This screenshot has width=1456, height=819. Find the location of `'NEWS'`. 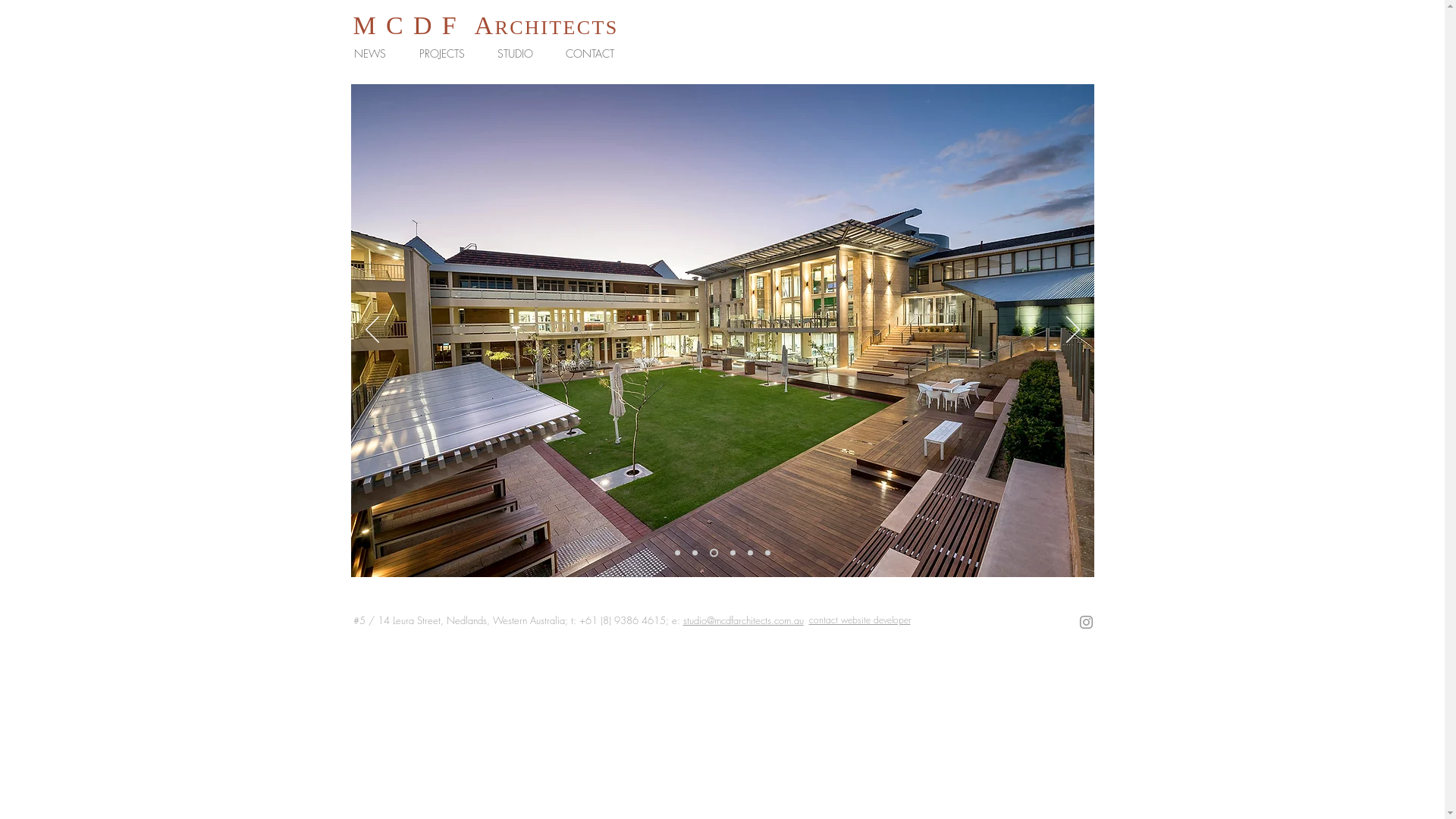

'NEWS' is located at coordinates (375, 52).